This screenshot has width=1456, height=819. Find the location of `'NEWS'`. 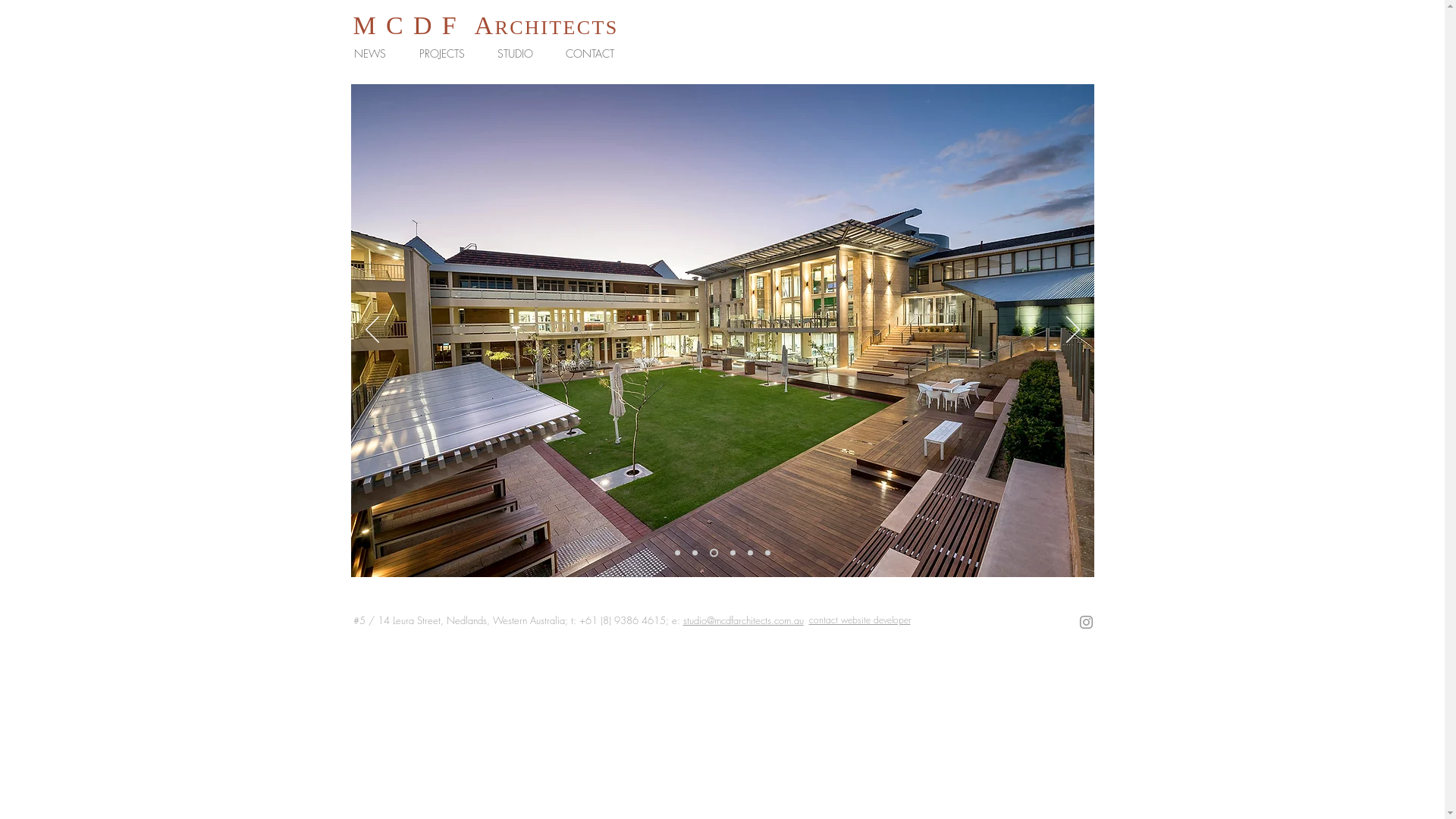

'NEWS' is located at coordinates (375, 52).